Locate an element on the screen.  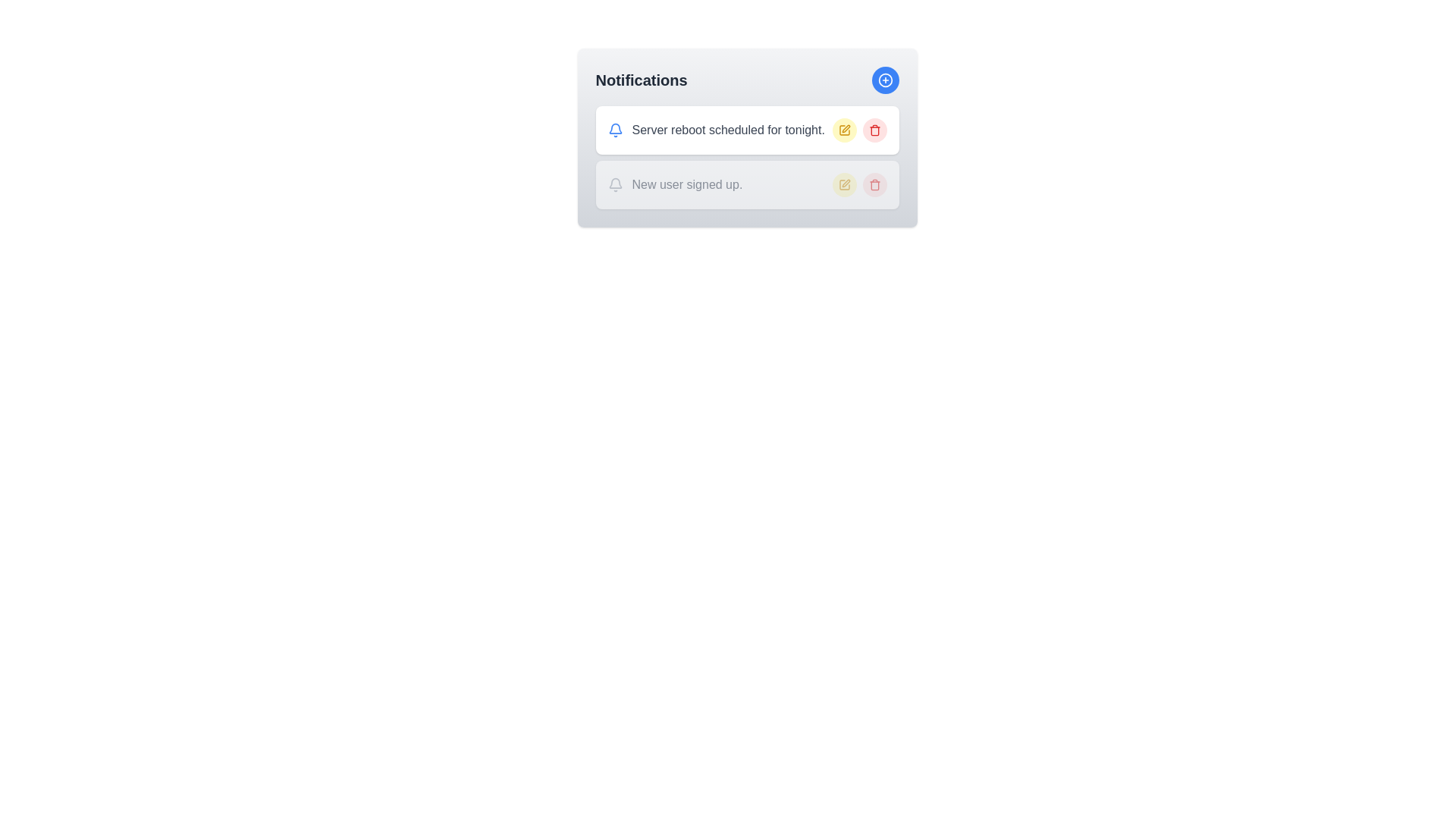
the Text Label displaying 'Server reboot scheduled for tonight.' positioned beside the blue notification bell icon in the notifications list is located at coordinates (715, 130).